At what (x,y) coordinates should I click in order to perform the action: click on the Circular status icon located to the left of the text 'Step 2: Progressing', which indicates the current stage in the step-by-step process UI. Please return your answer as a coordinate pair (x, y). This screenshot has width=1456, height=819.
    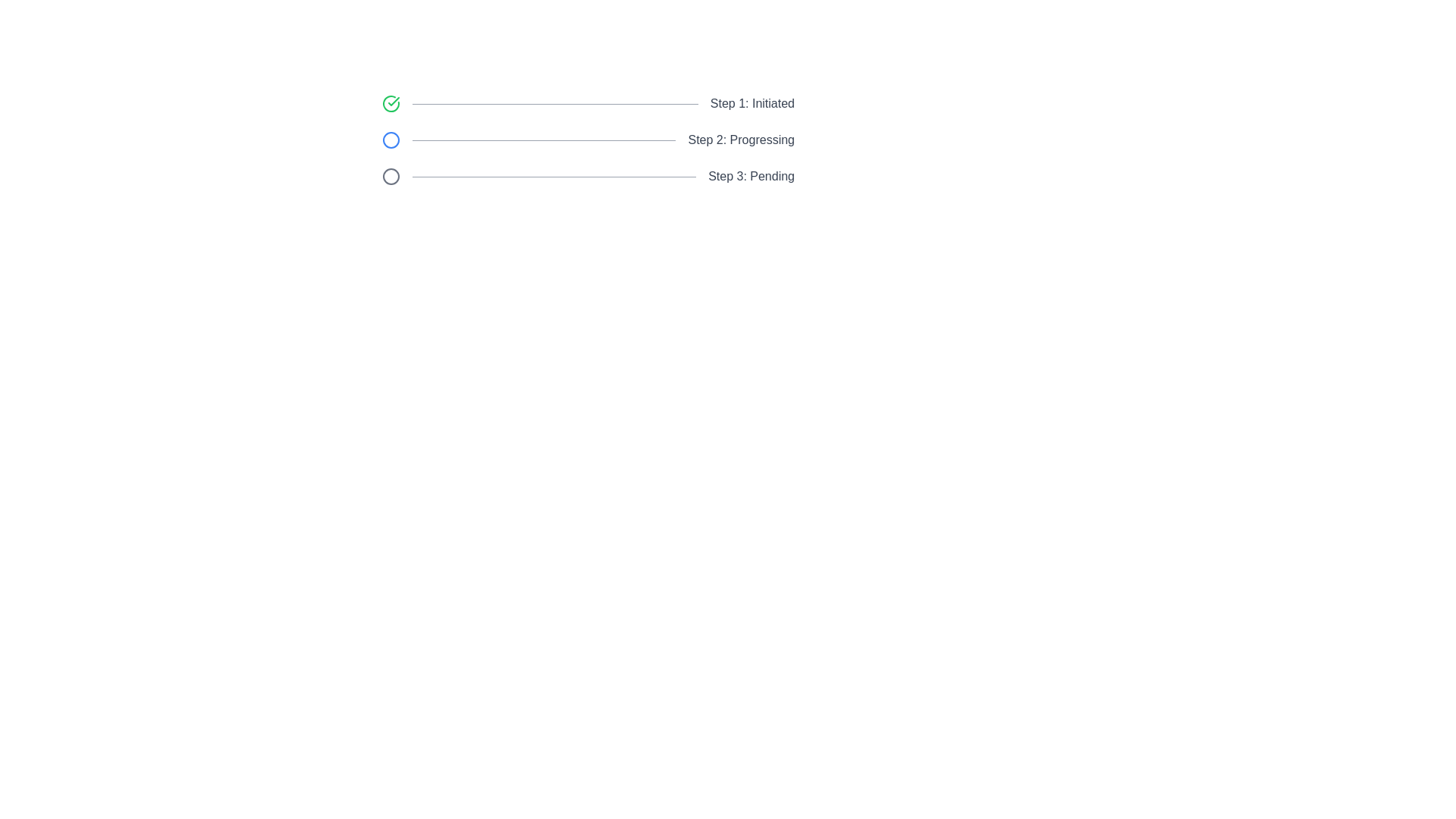
    Looking at the image, I should click on (391, 140).